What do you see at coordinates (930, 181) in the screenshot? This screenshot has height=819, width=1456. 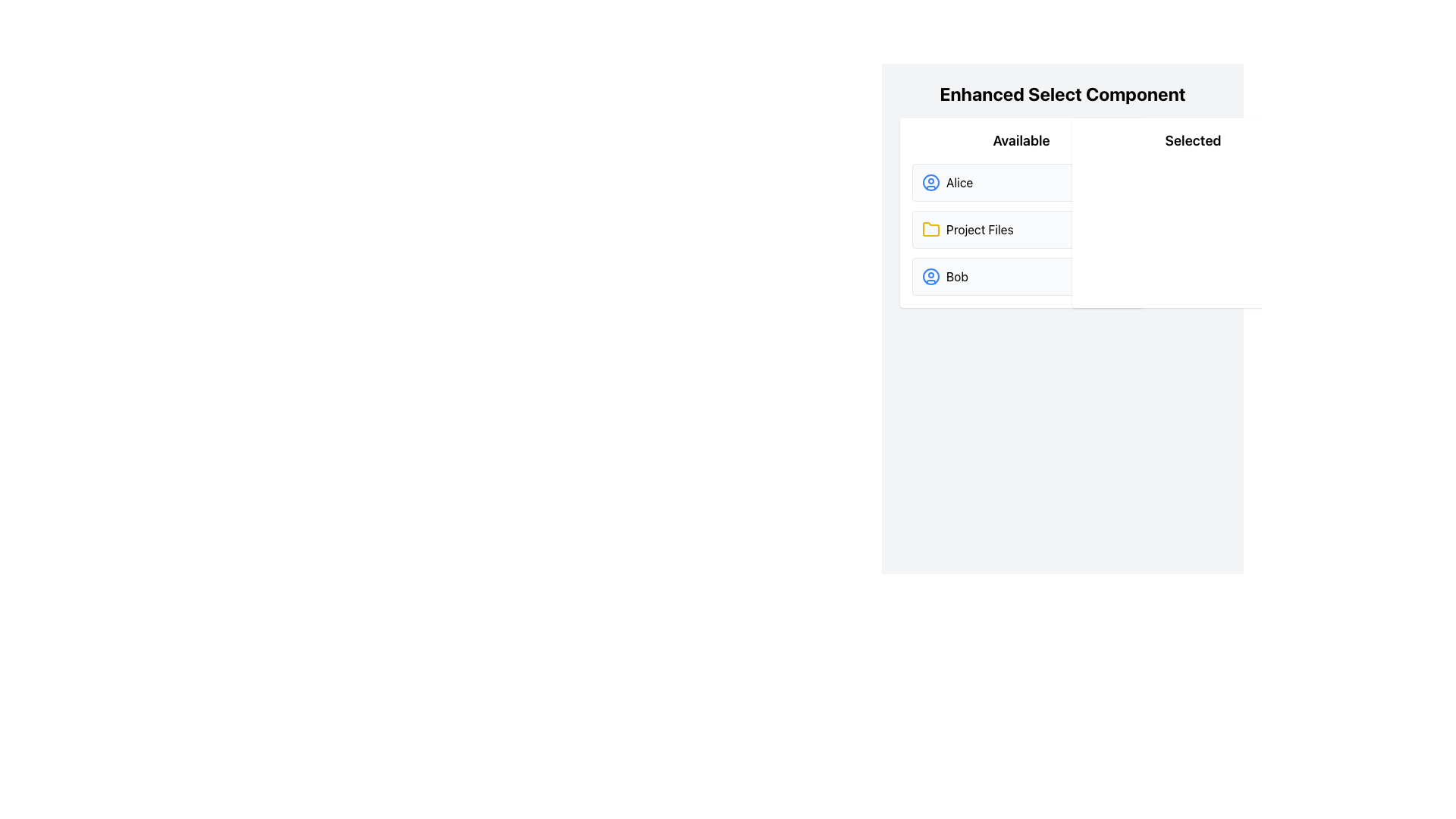 I see `the blue circular user icon next to the name 'Alice' in the 'Available' section of the 'Enhanced Select Component' interface` at bounding box center [930, 181].